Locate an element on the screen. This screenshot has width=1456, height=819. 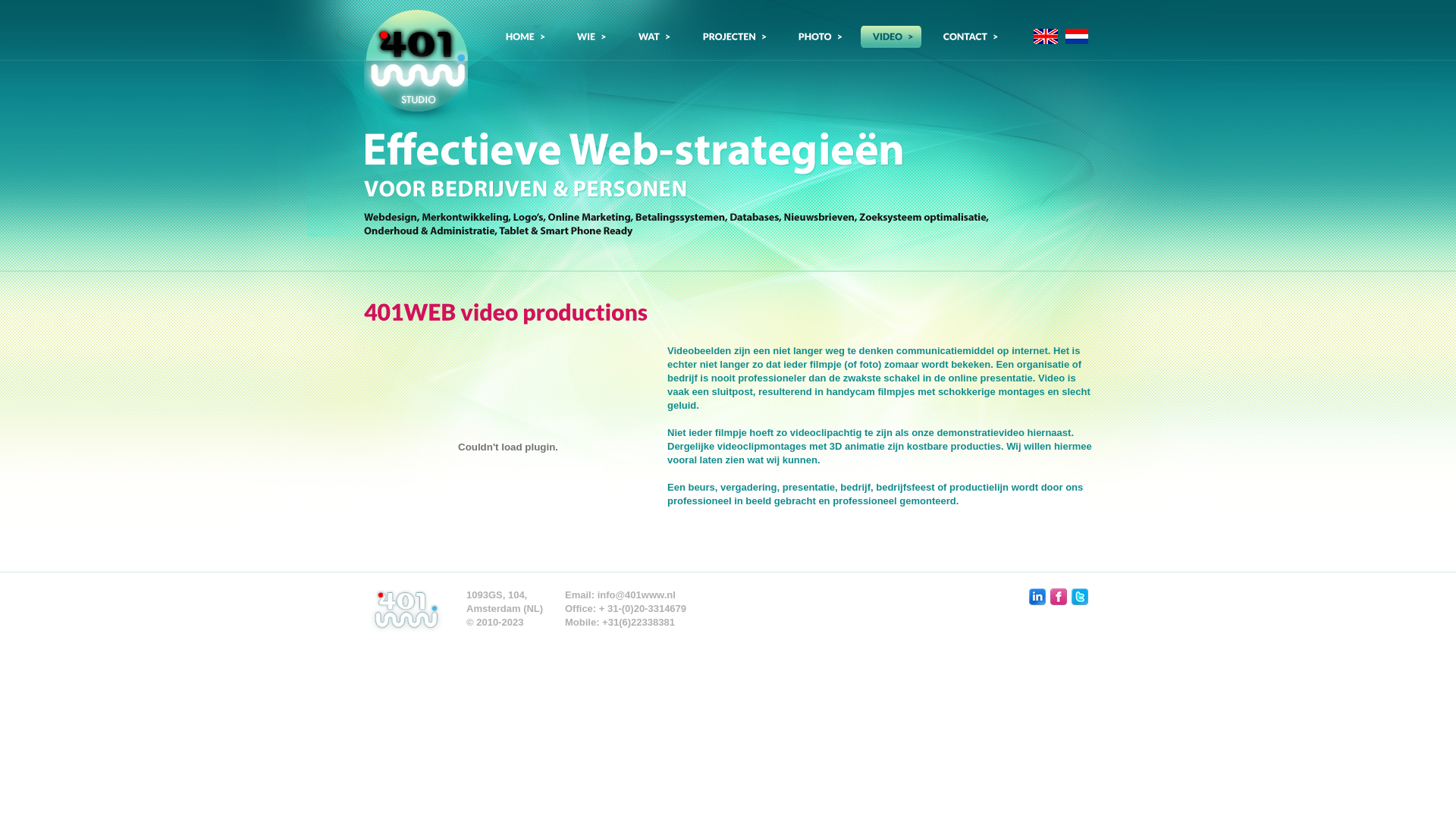
'facebook' is located at coordinates (1058, 595).